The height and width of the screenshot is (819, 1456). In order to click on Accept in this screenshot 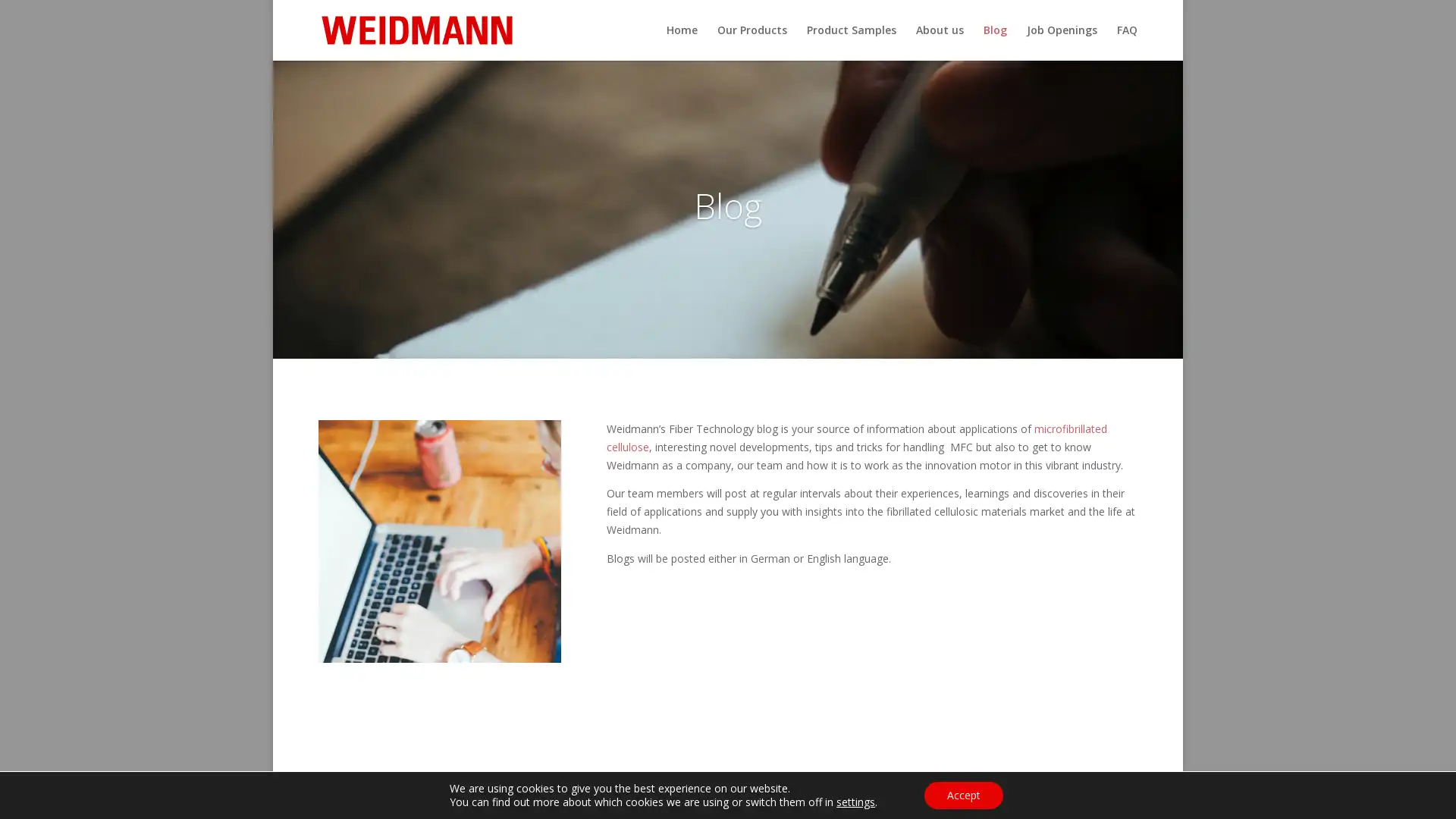, I will do `click(962, 795)`.